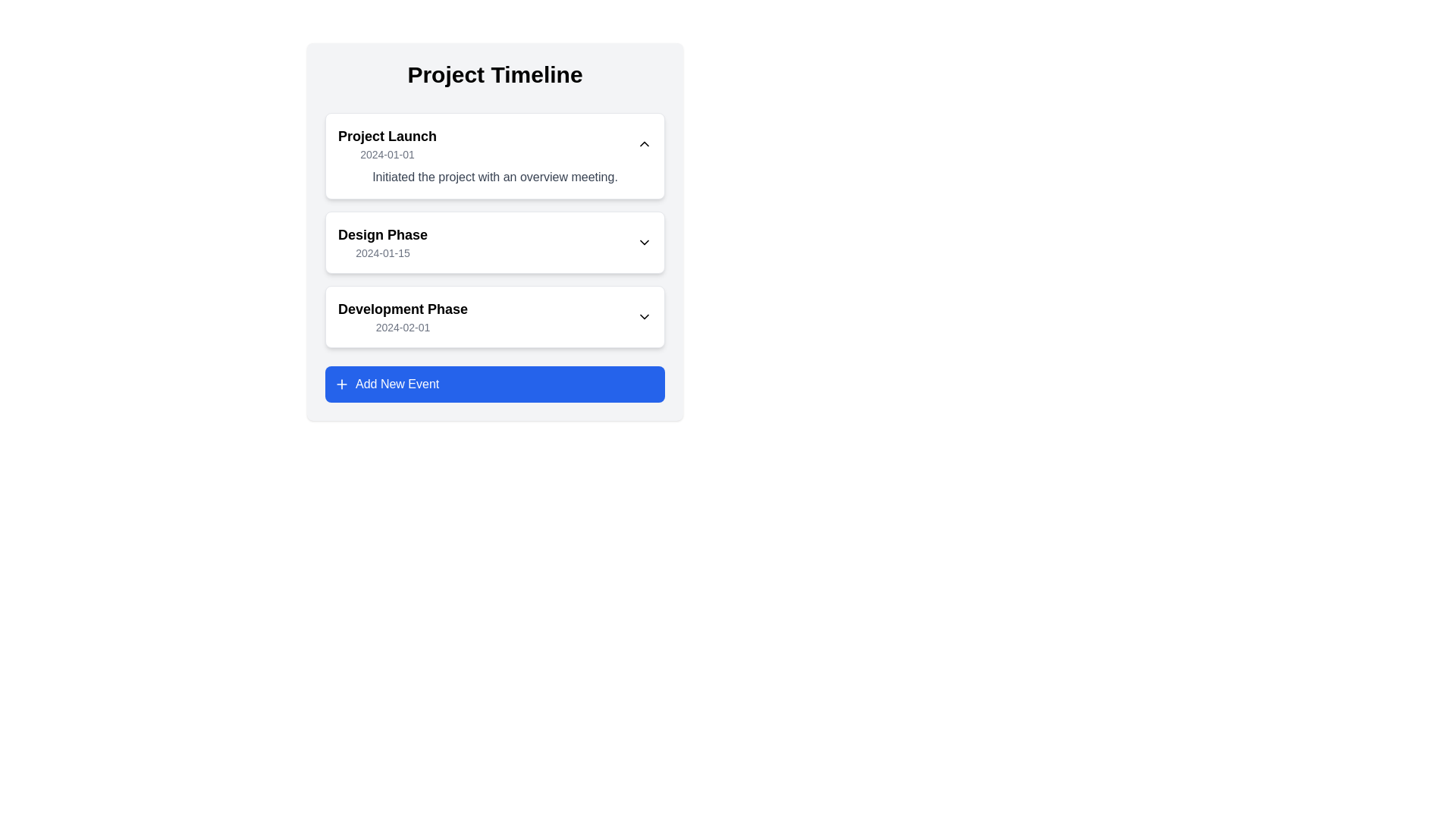  What do you see at coordinates (382, 242) in the screenshot?
I see `the Text Display element titled 'Design Phase' which includes a subtitle with the date '2024-01-15', located in the project timeline interface` at bounding box center [382, 242].